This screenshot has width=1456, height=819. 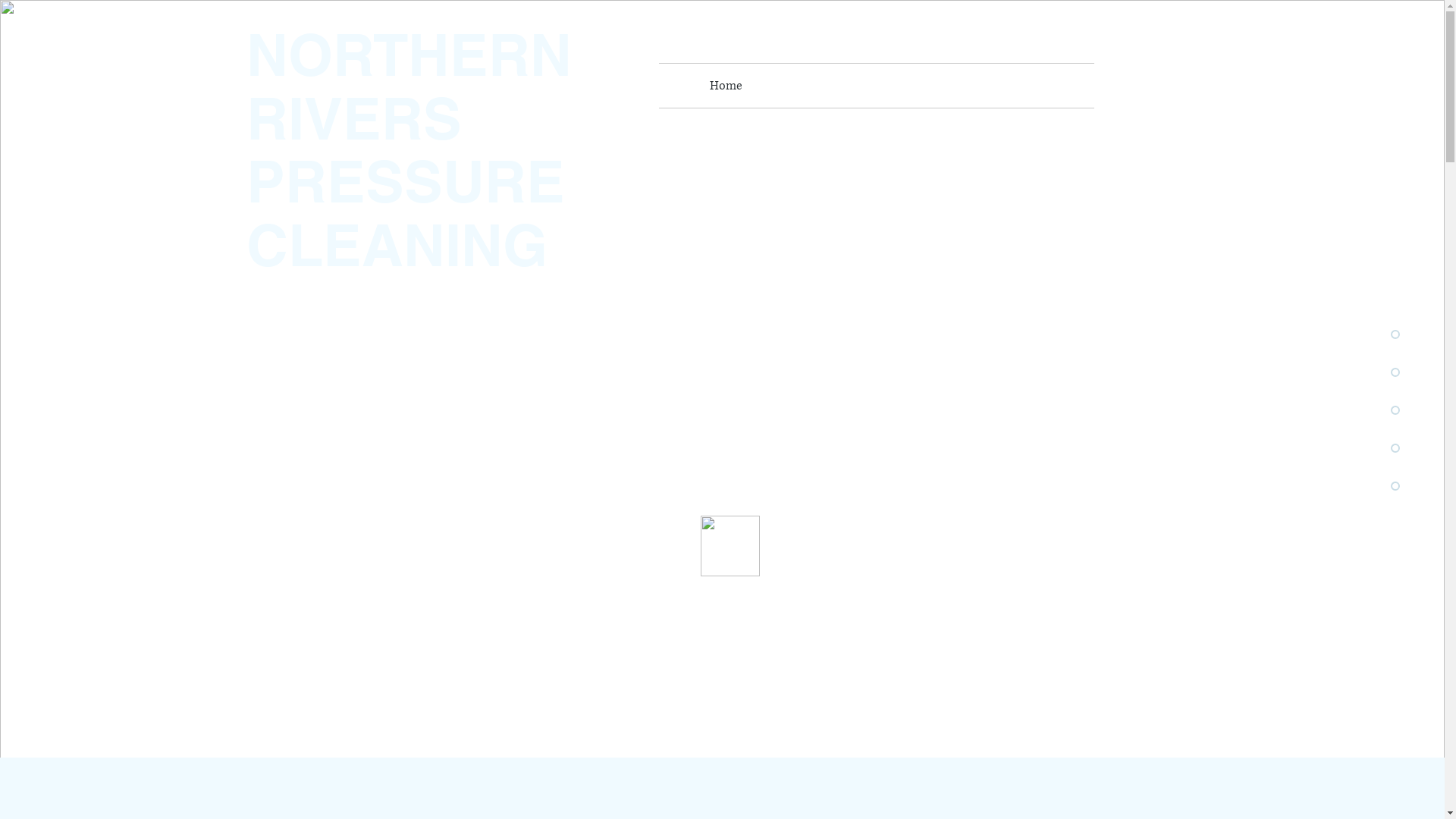 I want to click on 'Quote', so click(x=1026, y=85).